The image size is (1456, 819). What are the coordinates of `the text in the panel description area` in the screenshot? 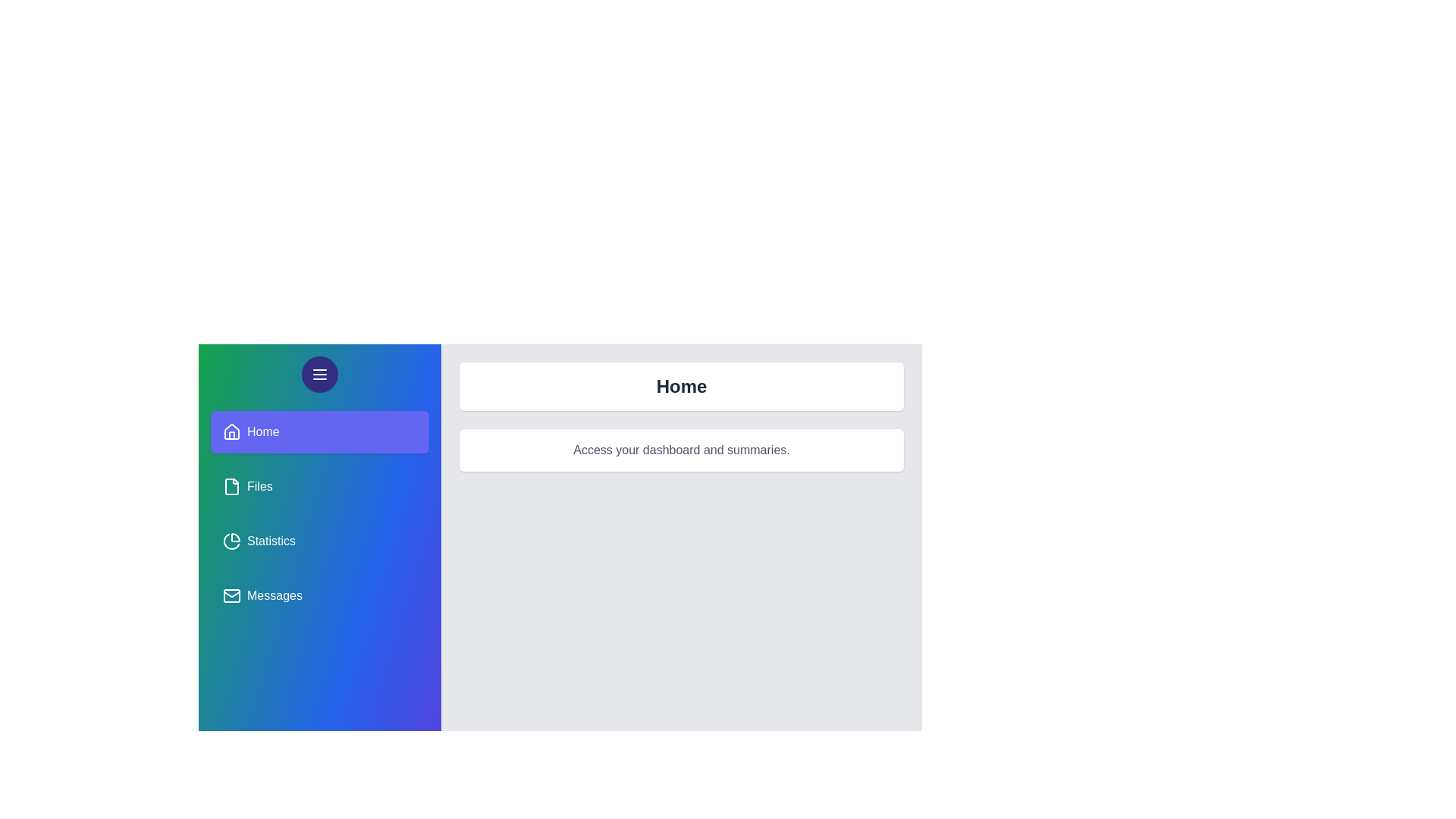 It's located at (680, 450).